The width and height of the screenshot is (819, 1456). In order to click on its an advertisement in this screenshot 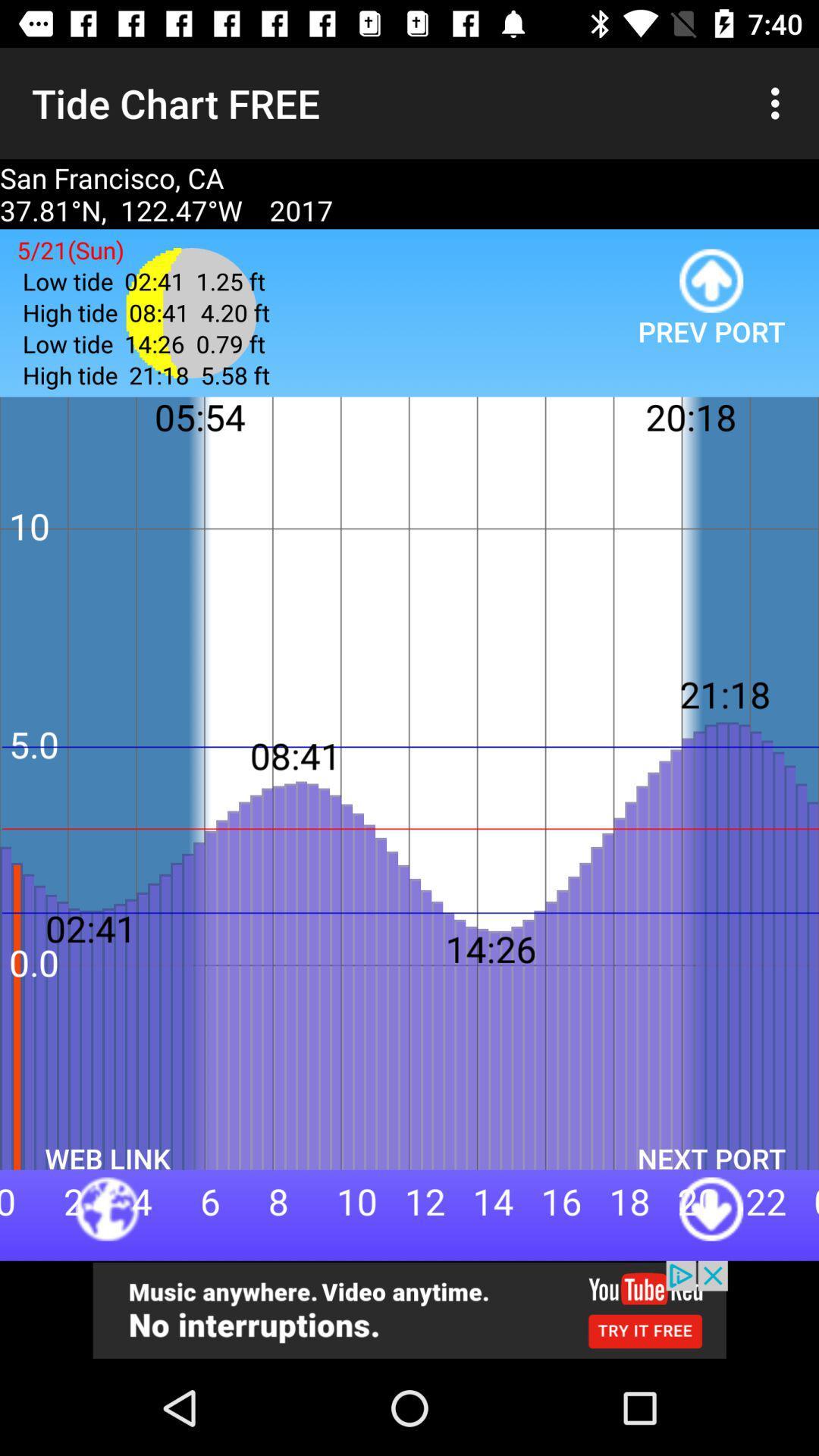, I will do `click(409, 1310)`.